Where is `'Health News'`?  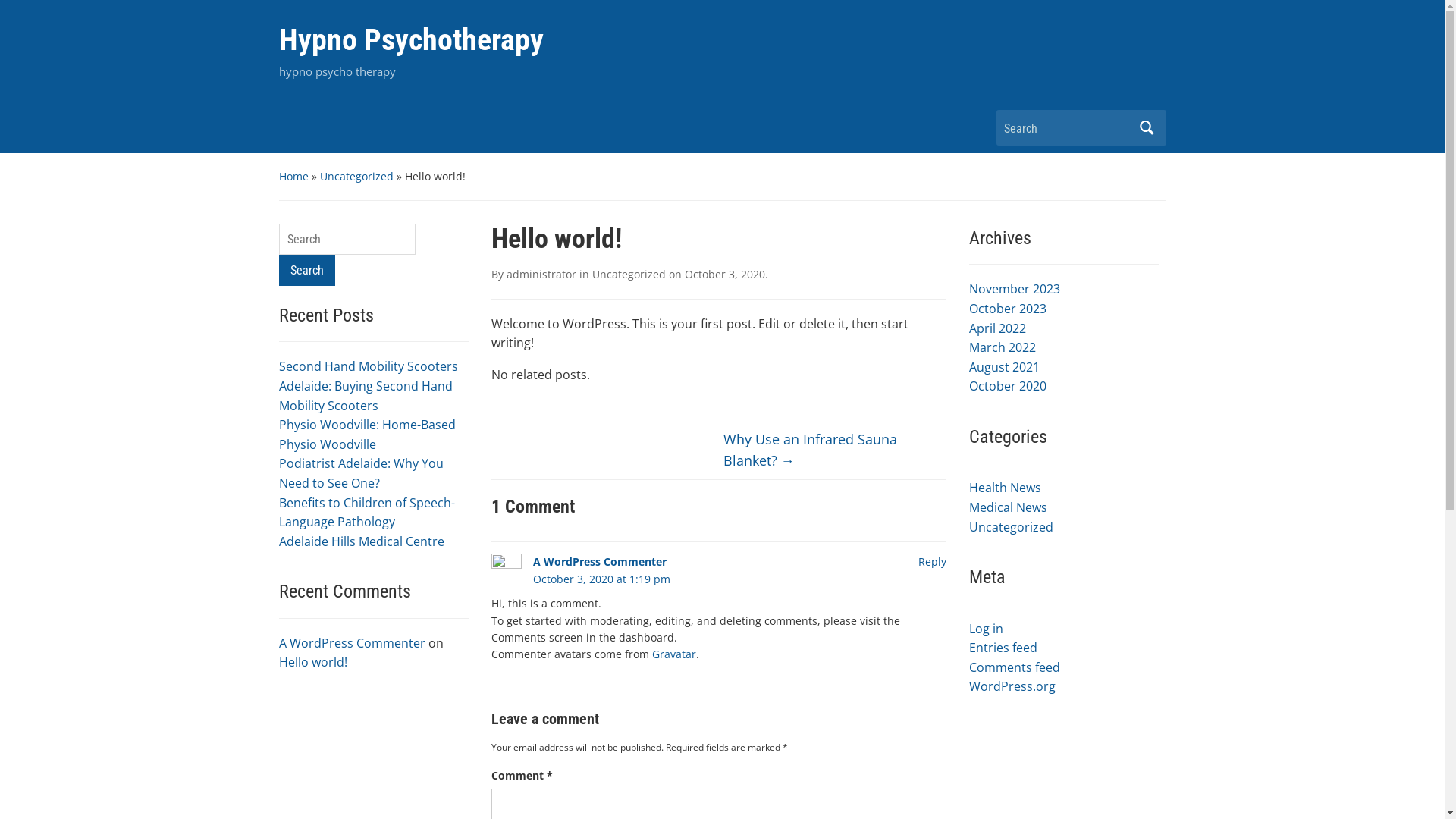 'Health News' is located at coordinates (968, 488).